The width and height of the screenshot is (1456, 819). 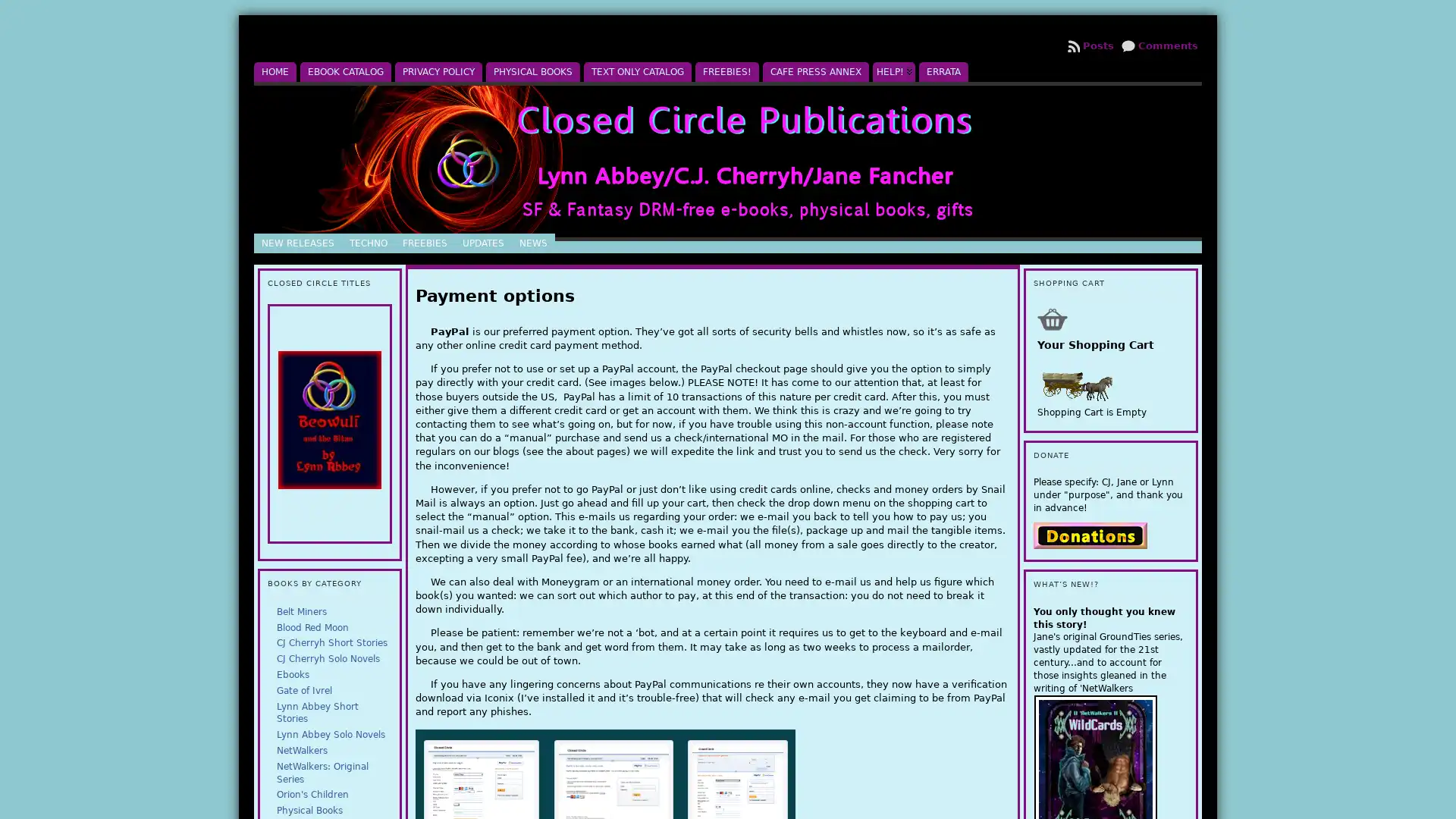 I want to click on PayPal - The safer, easier way to pay online., so click(x=1088, y=534).